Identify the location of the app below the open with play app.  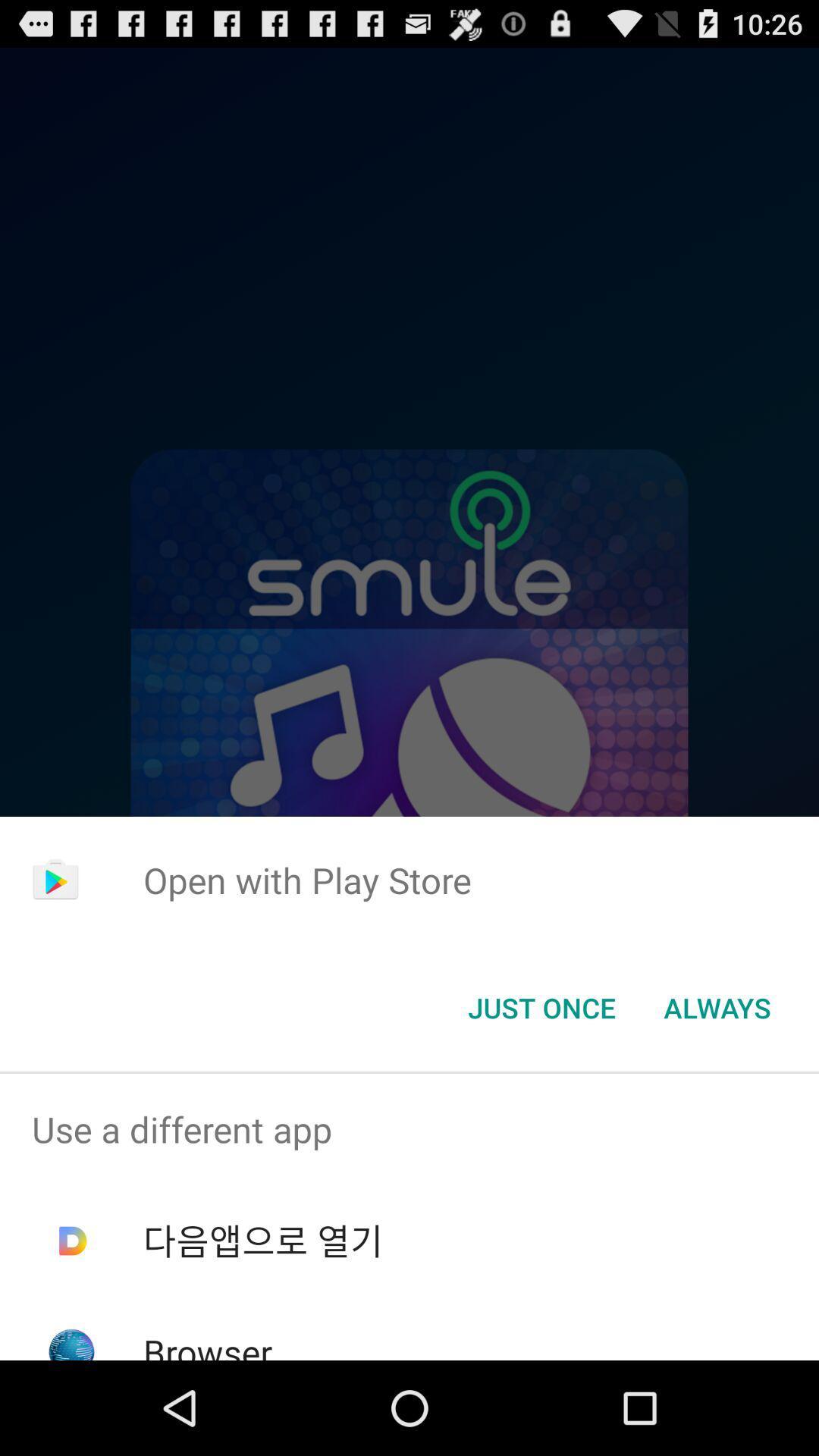
(541, 1008).